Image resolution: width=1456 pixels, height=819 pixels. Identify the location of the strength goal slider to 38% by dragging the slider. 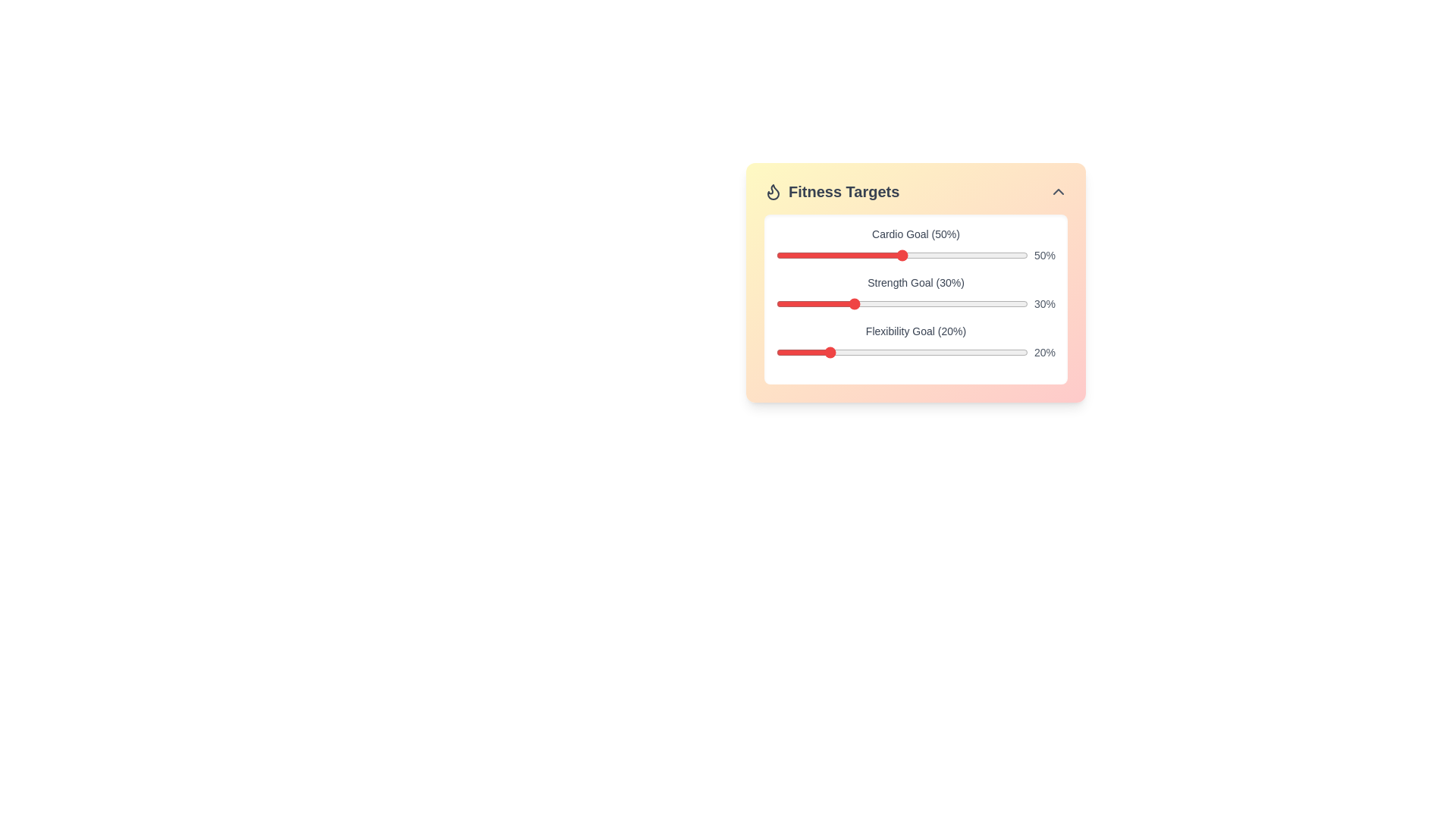
(872, 304).